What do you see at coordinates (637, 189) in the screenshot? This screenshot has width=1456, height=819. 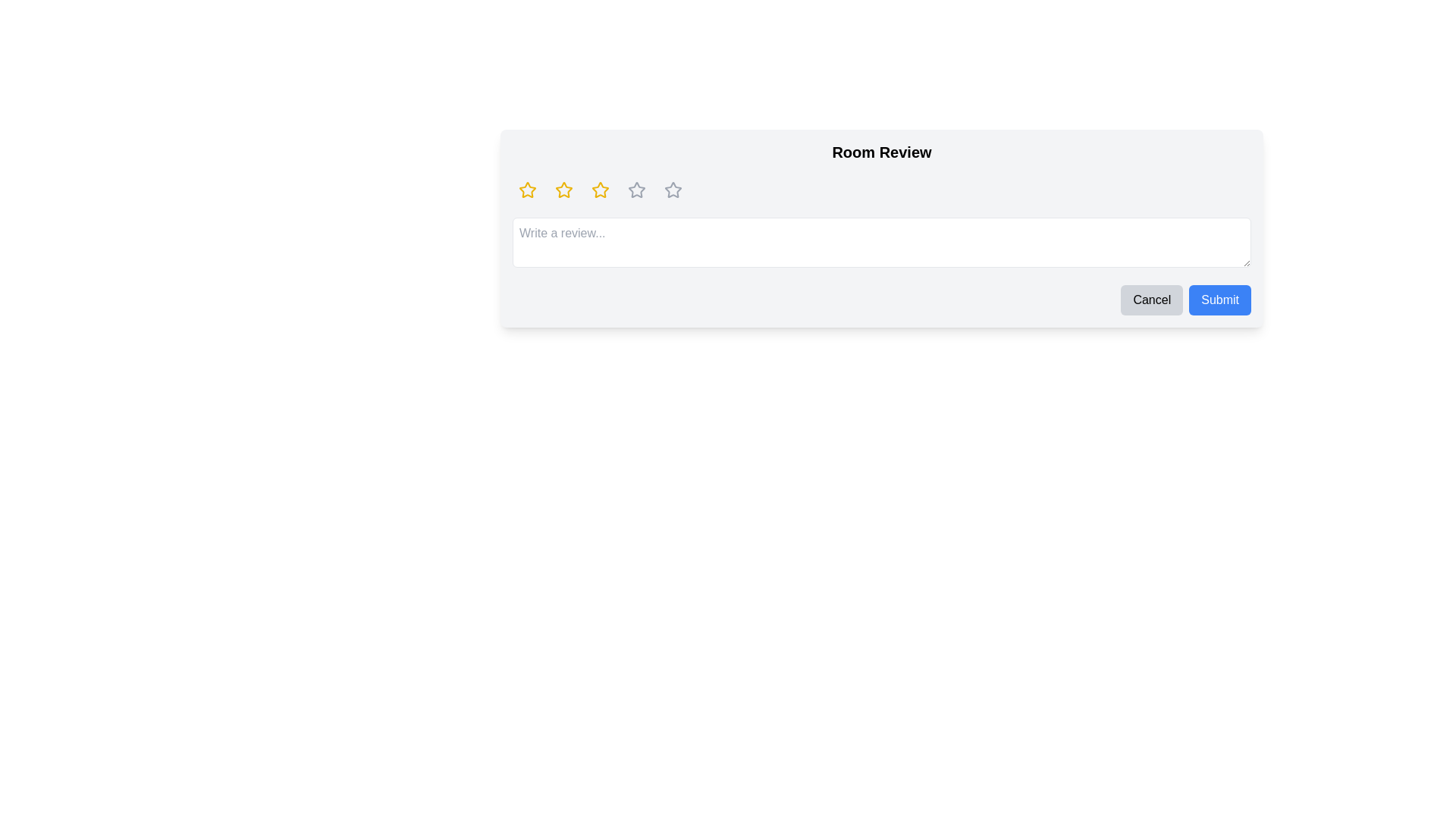 I see `the fourth interactive star icon from the left in the horizontal rating system` at bounding box center [637, 189].